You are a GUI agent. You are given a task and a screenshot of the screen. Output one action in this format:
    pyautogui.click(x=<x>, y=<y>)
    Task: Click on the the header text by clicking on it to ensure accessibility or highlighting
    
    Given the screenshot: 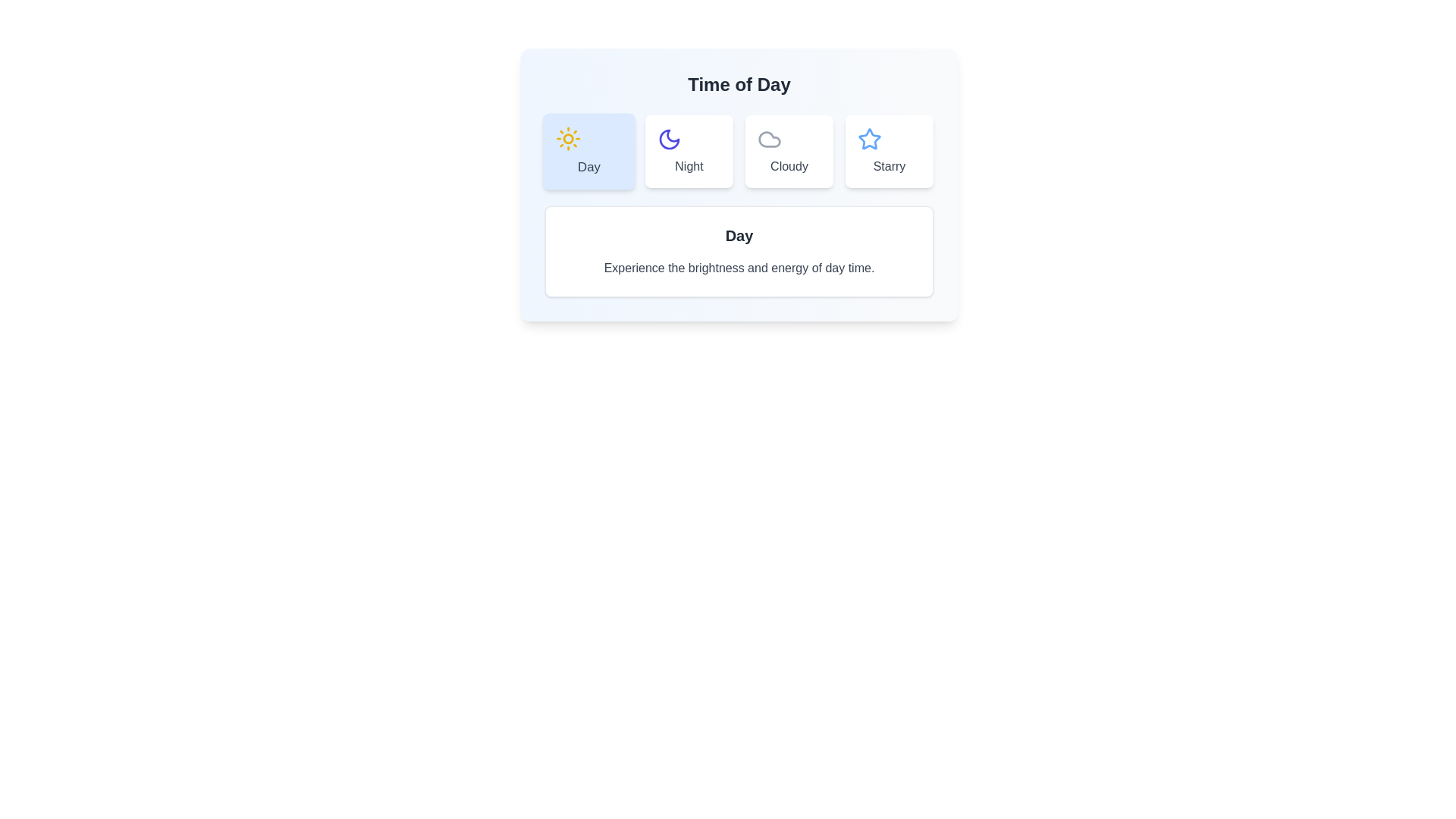 What is the action you would take?
    pyautogui.click(x=739, y=84)
    